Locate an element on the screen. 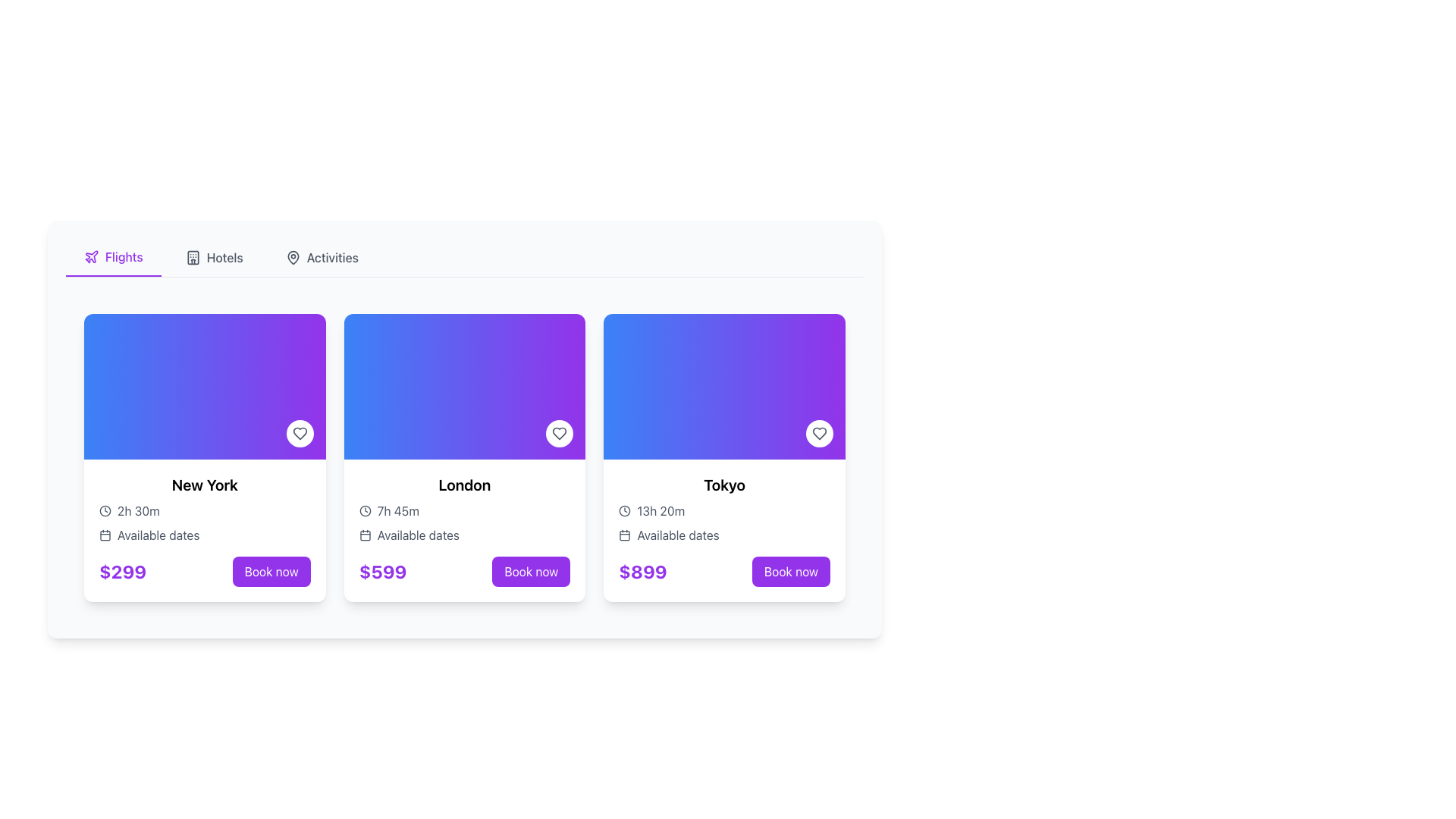 The width and height of the screenshot is (1456, 819). the map pin-like icon located in the header bar beside the 'Activities' text label is located at coordinates (293, 256).